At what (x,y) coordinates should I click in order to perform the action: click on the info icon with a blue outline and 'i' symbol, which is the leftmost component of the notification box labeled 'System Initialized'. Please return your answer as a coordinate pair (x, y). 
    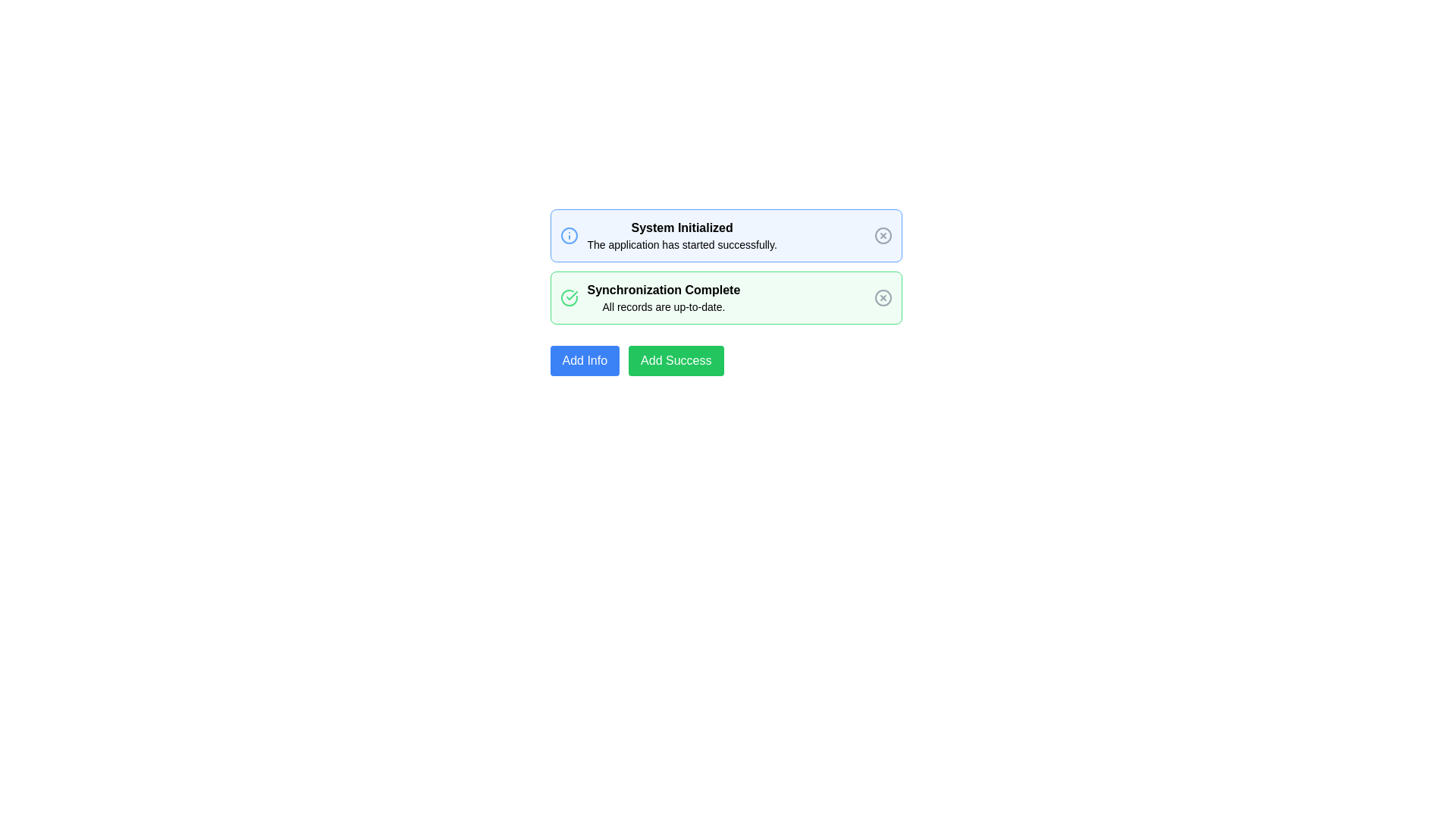
    Looking at the image, I should click on (568, 236).